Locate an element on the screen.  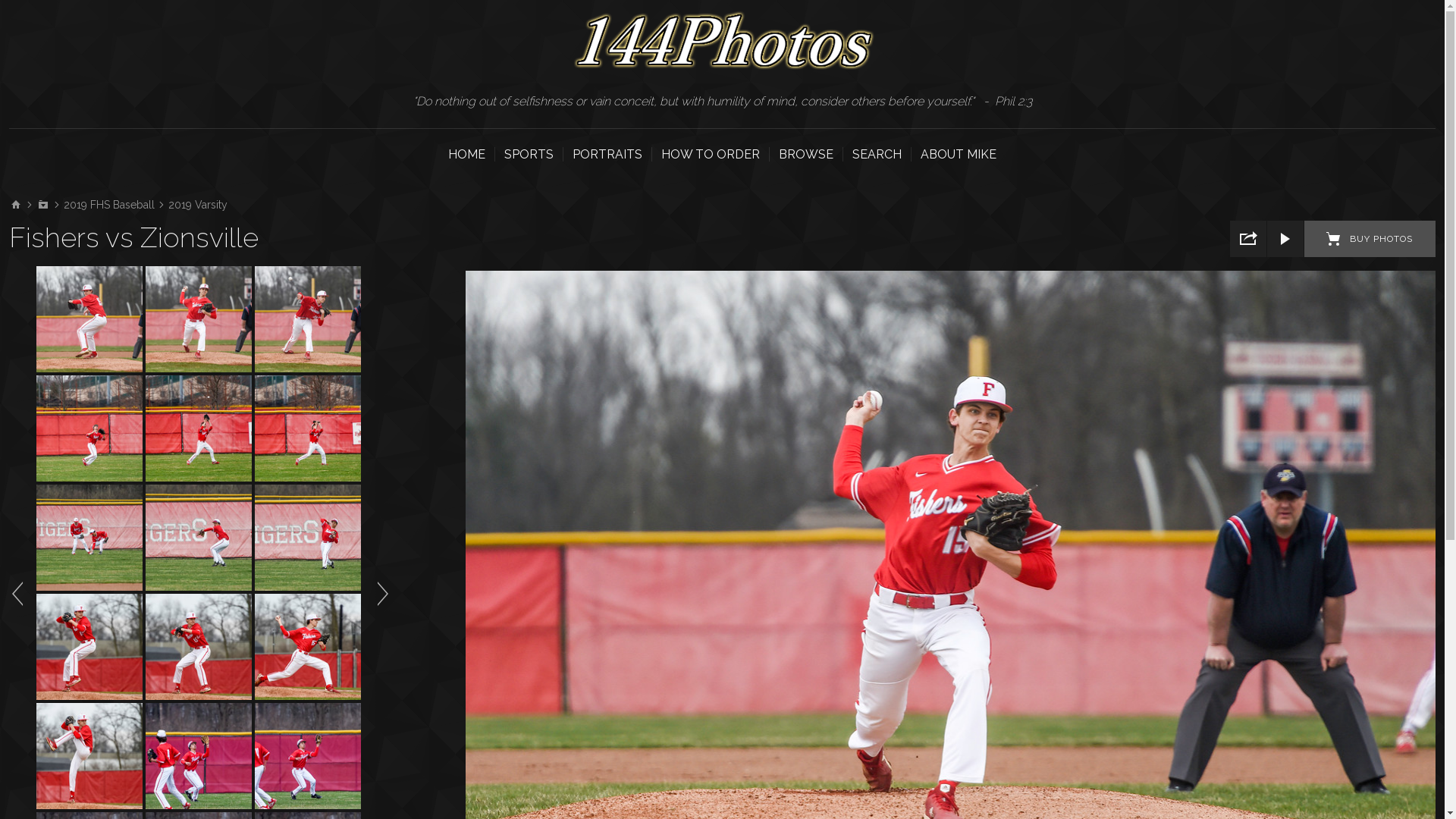
'HOW TO ORDER' is located at coordinates (709, 154).